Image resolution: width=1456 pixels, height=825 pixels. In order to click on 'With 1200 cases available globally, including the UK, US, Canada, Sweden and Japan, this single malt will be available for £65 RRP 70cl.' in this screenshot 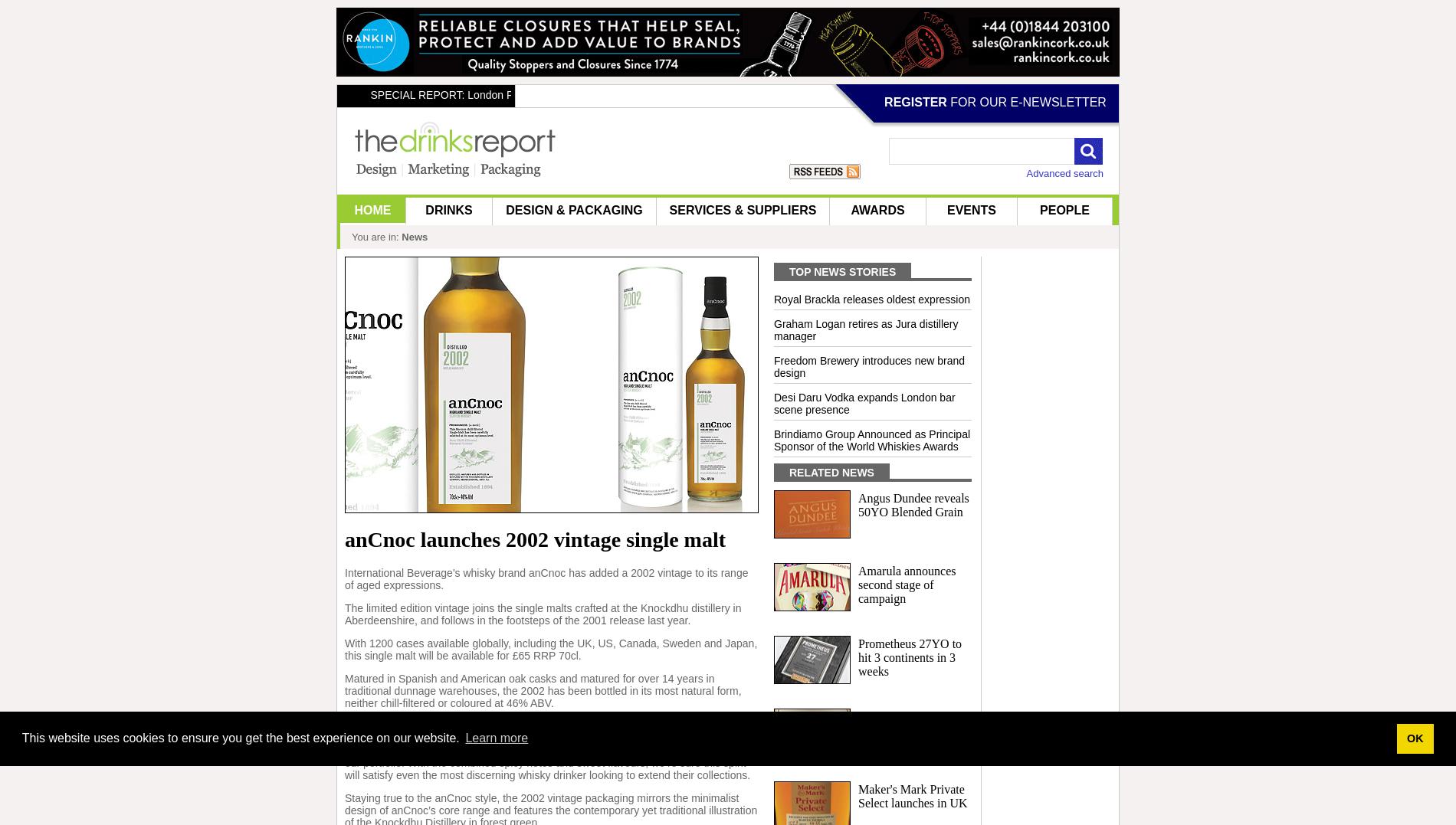, I will do `click(549, 647)`.